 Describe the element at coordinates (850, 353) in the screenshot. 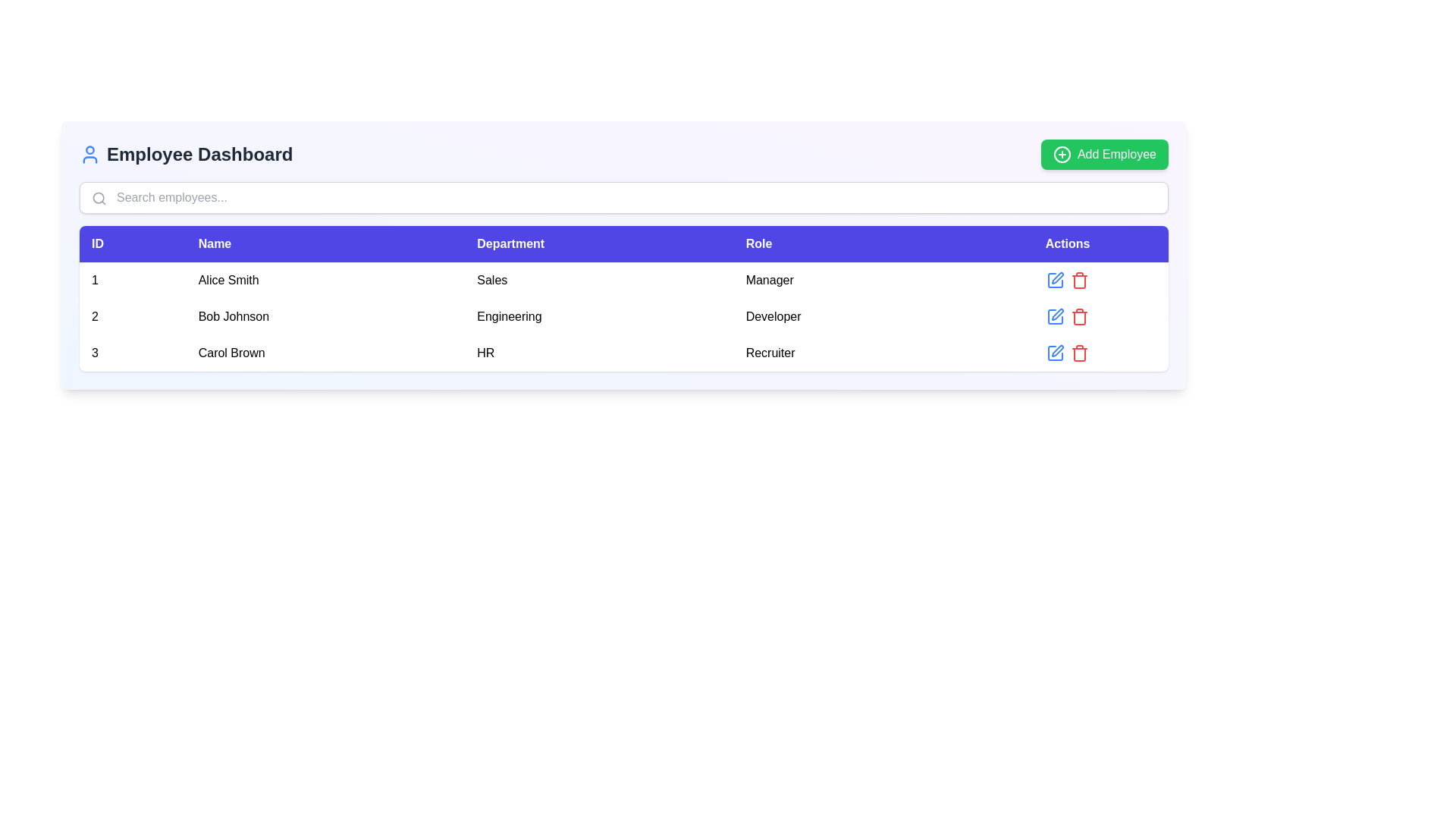

I see `the table cell indicating the role 'Recruiter' associated with 'Carol Brown' located in the 'Role' column of the third row` at that location.